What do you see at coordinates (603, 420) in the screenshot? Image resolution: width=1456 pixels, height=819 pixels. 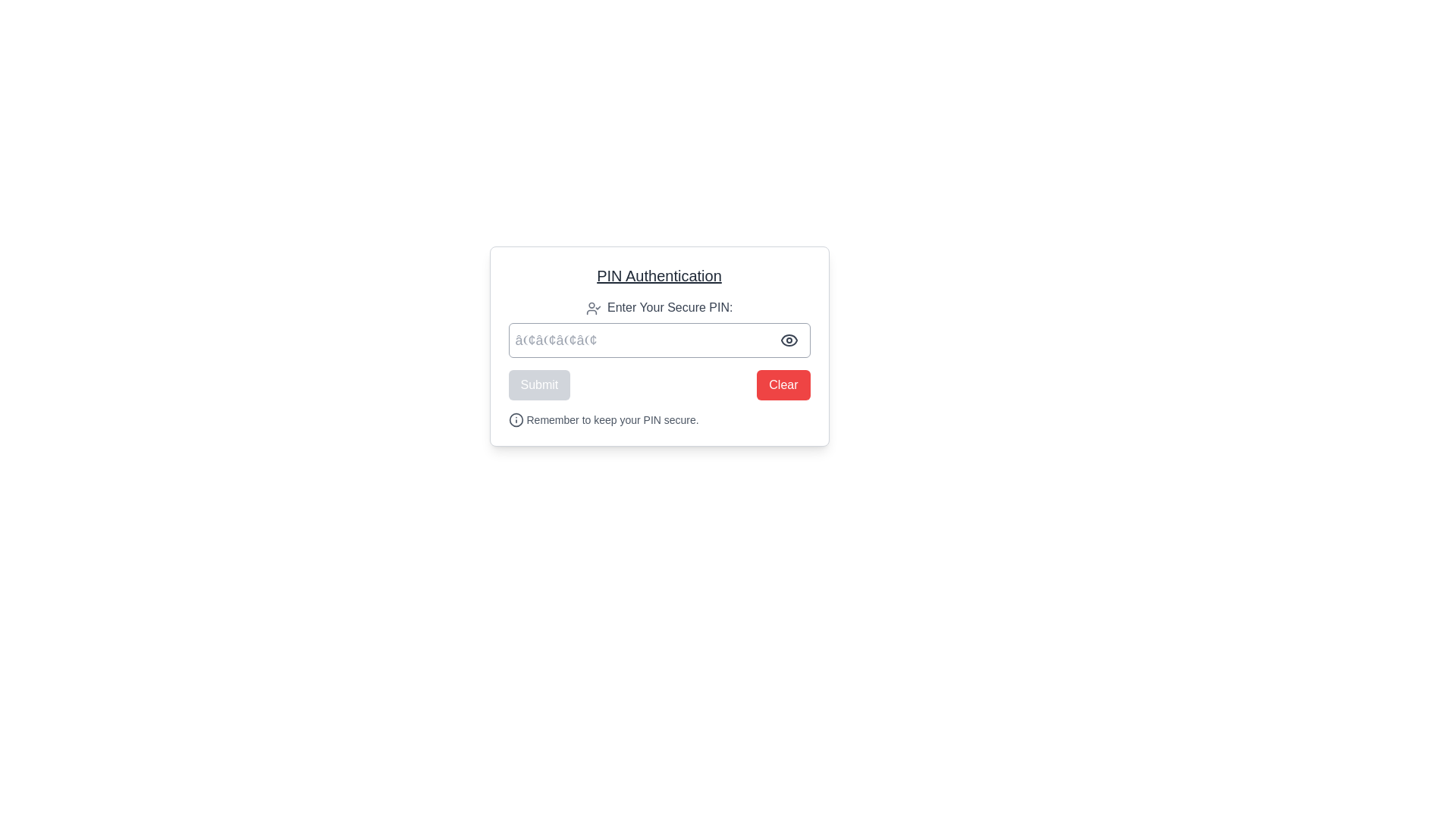 I see `the text label with the message 'Remember to keep your PIN secure.' which includes an information icon, located near the bottom of the modal dialog` at bounding box center [603, 420].